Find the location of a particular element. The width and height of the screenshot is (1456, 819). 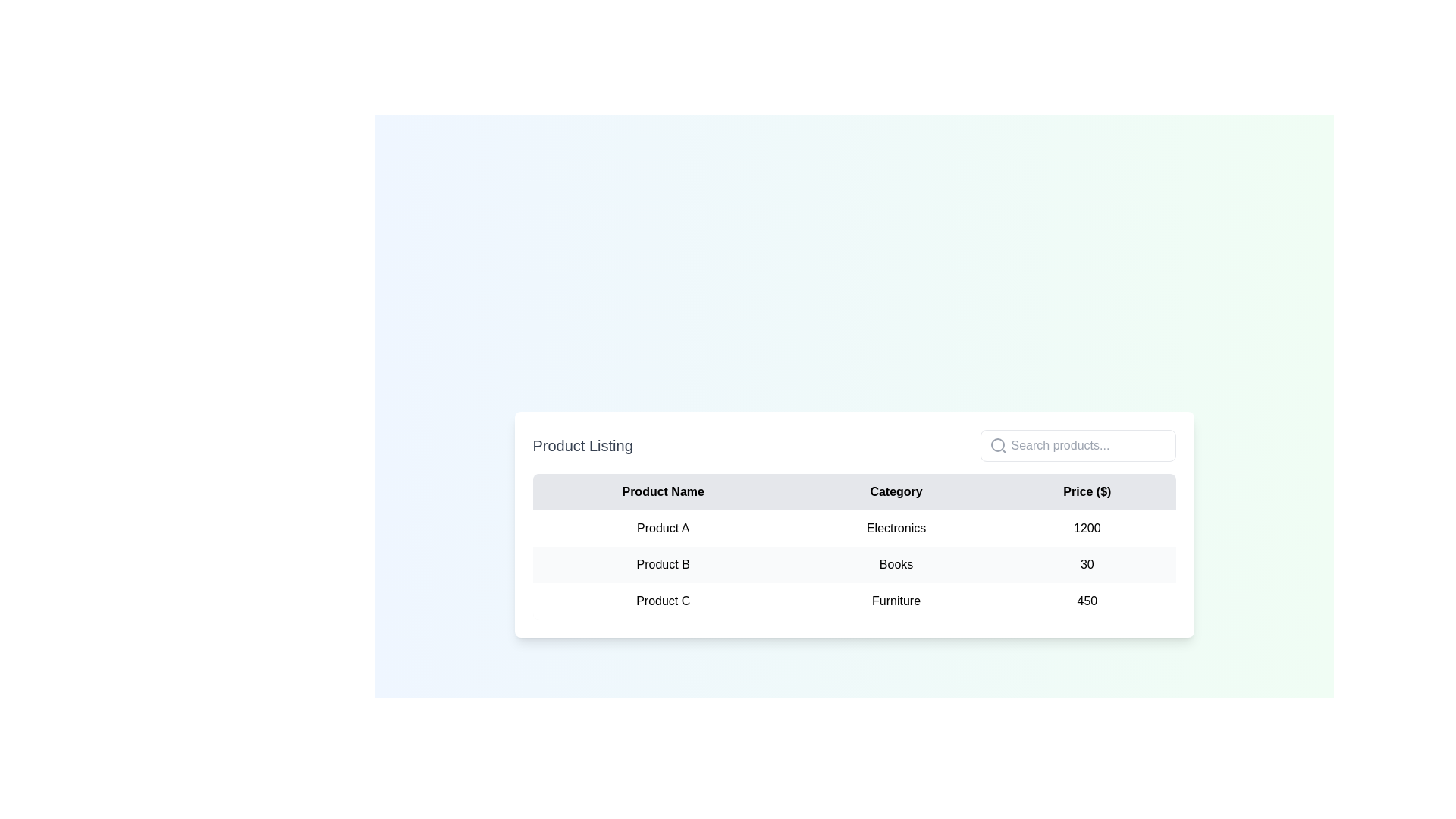

the text label displaying the price of 'Product C' in the last column of the table under the header 'Price ($)' is located at coordinates (1086, 601).